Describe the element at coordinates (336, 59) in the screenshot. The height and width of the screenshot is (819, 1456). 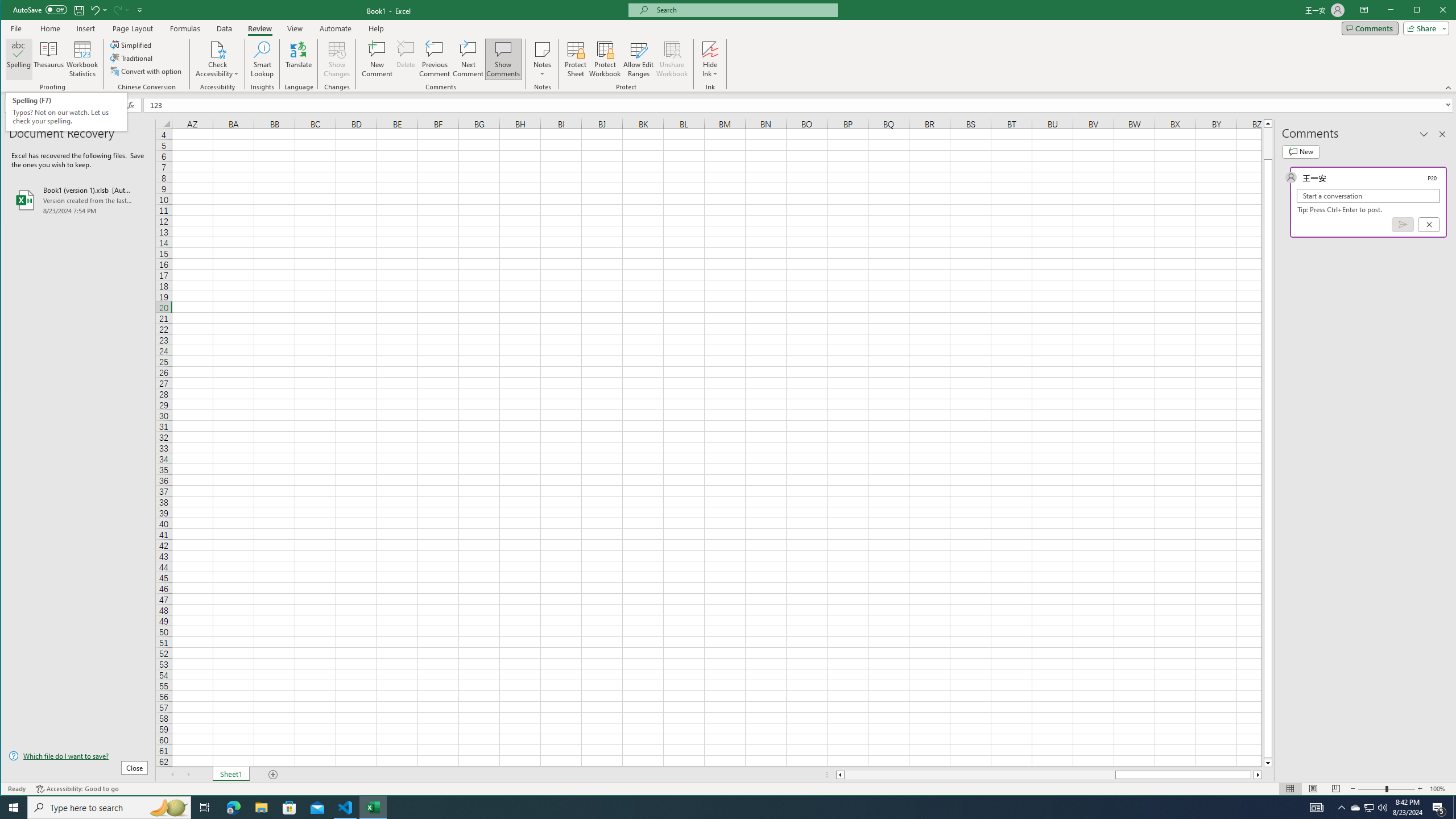
I see `'Show Changes'` at that location.